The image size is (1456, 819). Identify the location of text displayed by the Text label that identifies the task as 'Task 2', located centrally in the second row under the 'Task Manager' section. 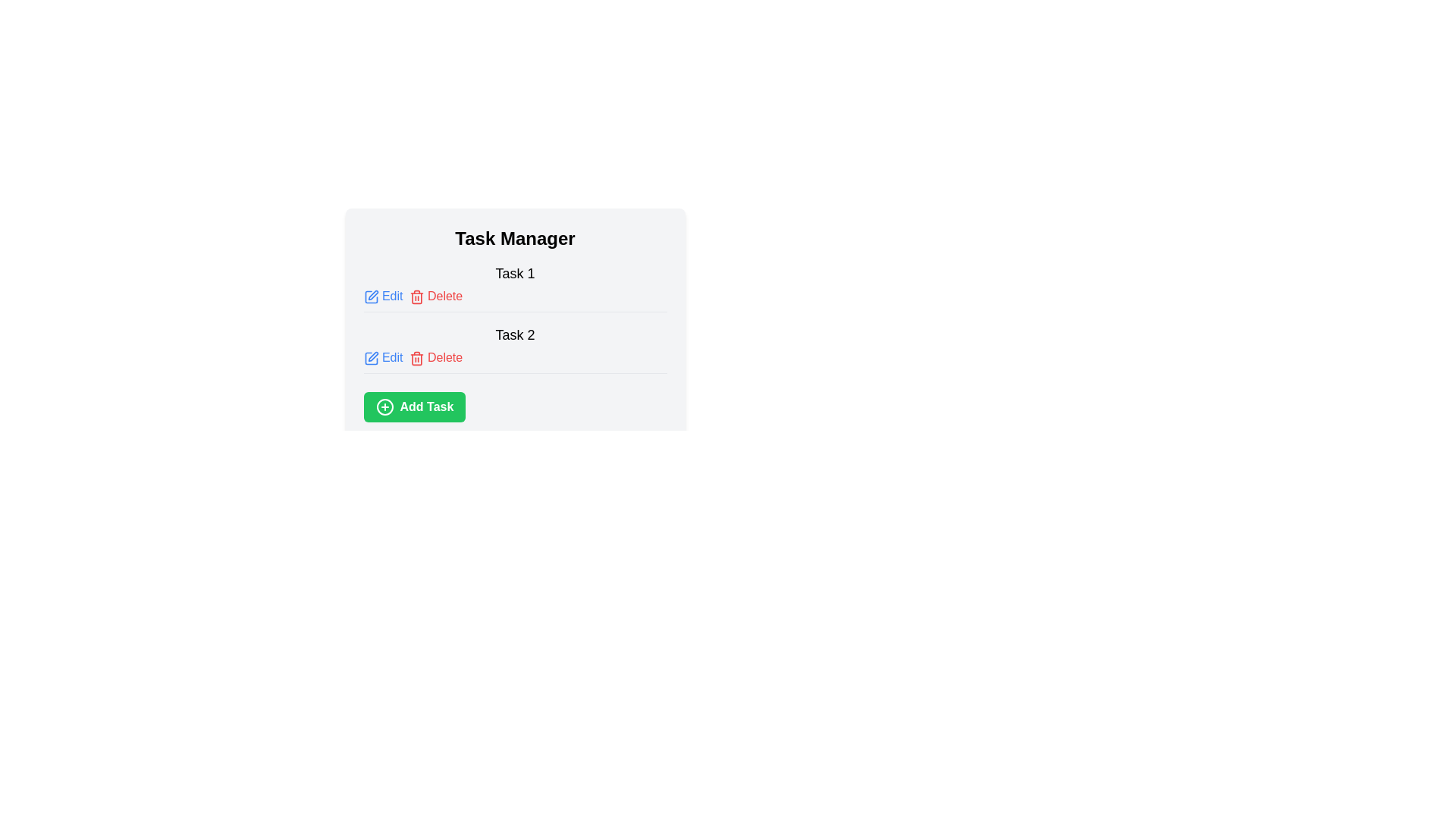
(515, 334).